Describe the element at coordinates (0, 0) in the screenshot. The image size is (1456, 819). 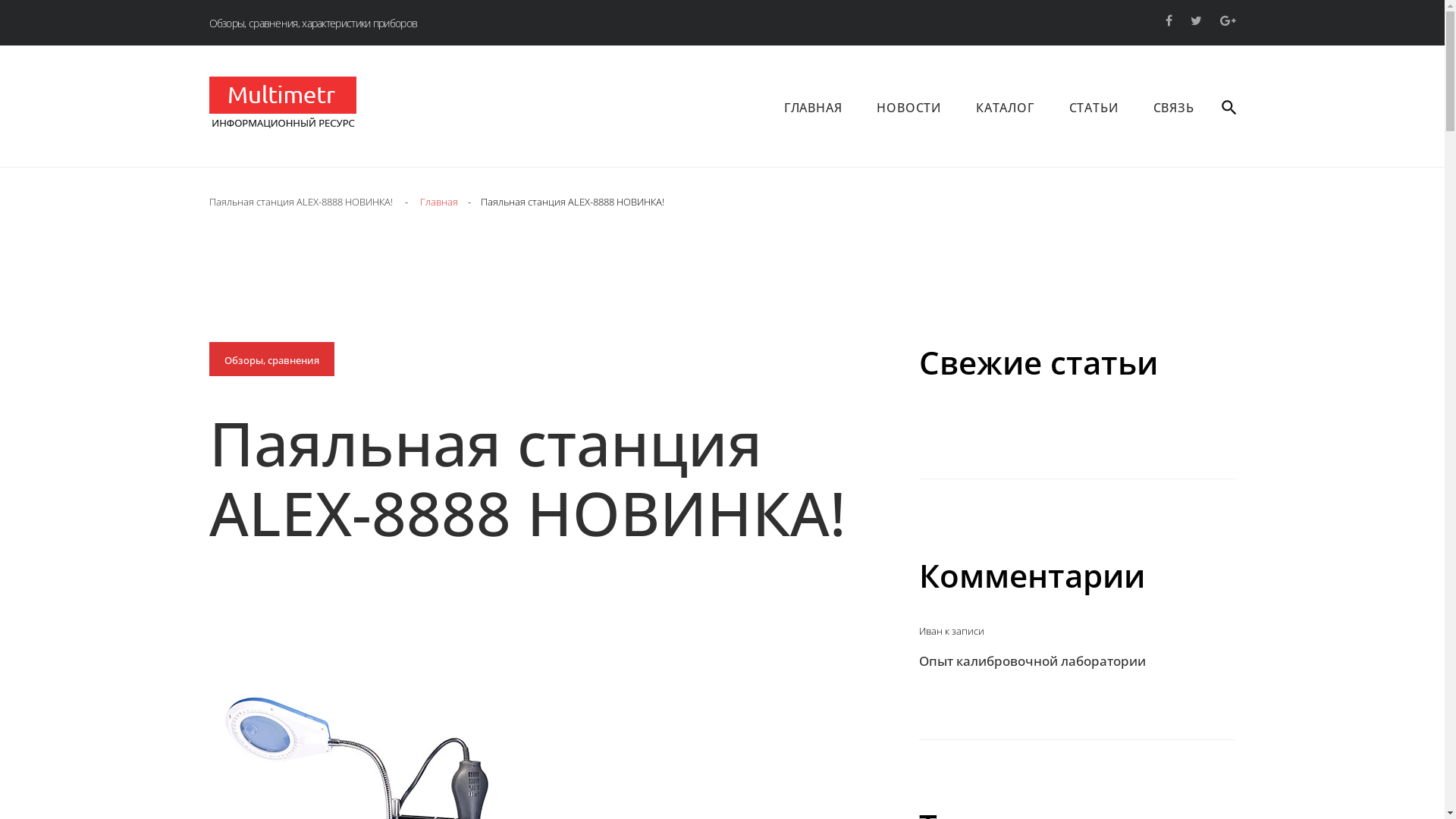
I see `'Skip to content'` at that location.